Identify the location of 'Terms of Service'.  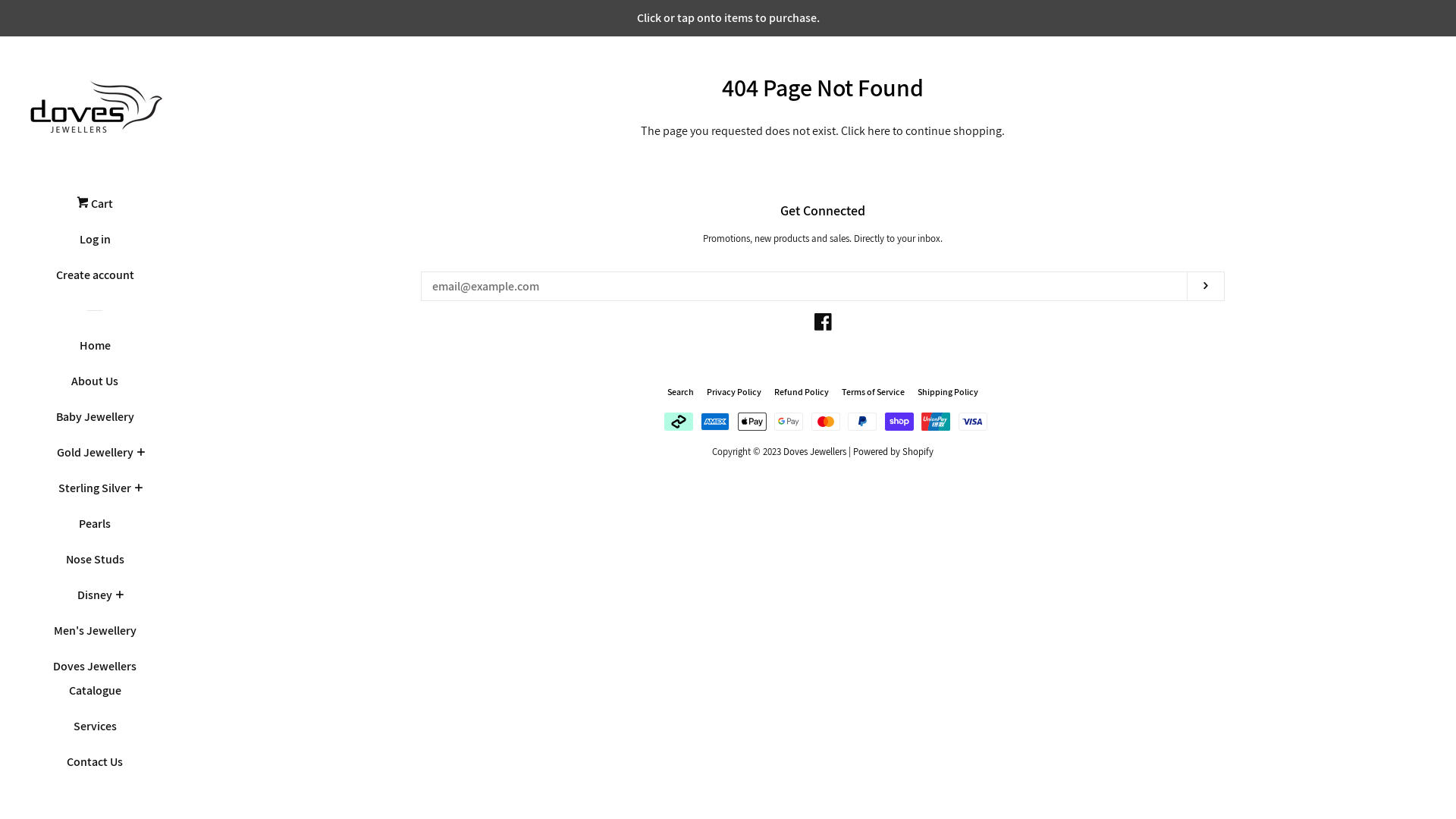
(840, 391).